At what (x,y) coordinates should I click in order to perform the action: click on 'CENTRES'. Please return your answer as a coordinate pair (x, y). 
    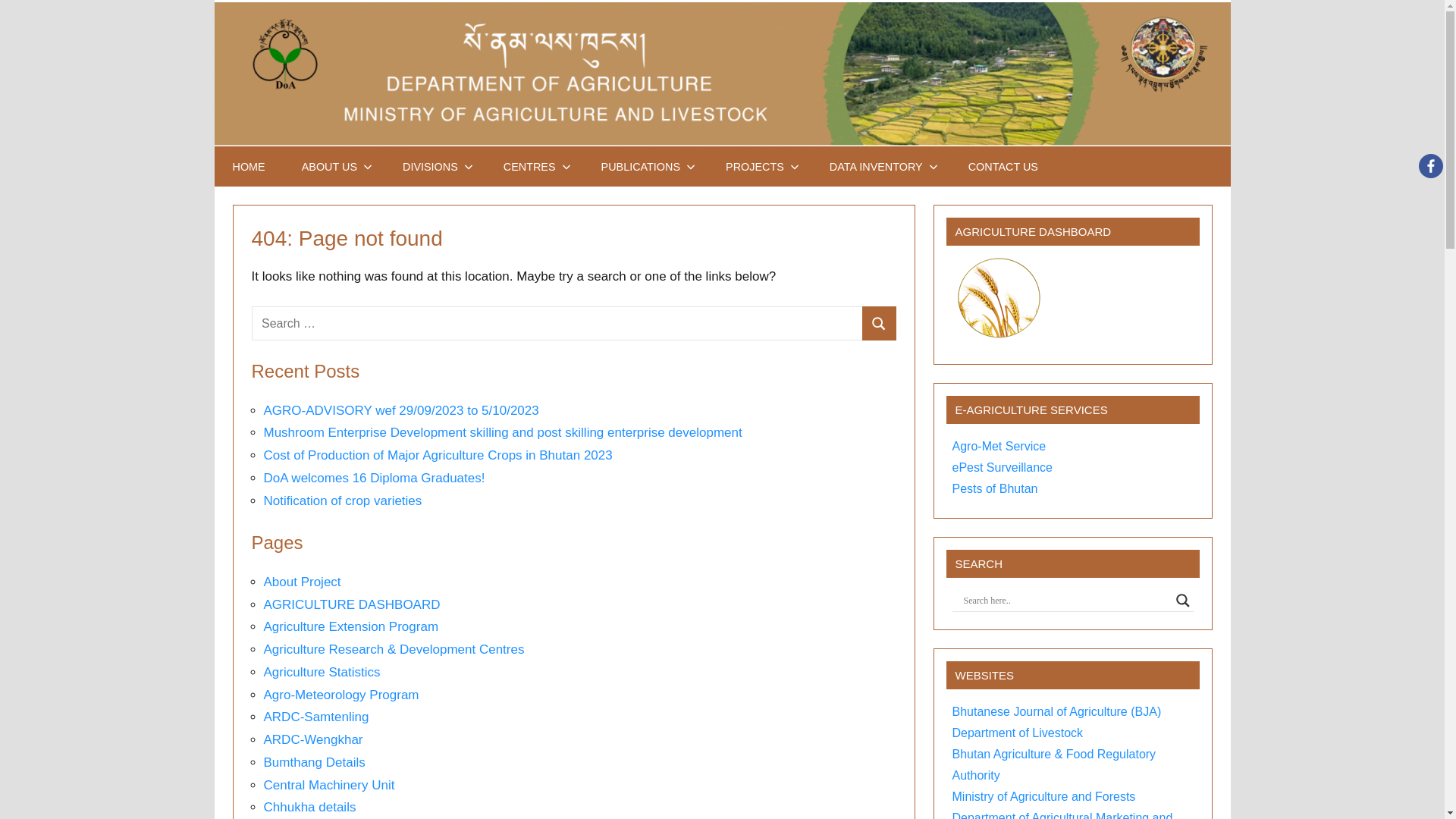
    Looking at the image, I should click on (484, 166).